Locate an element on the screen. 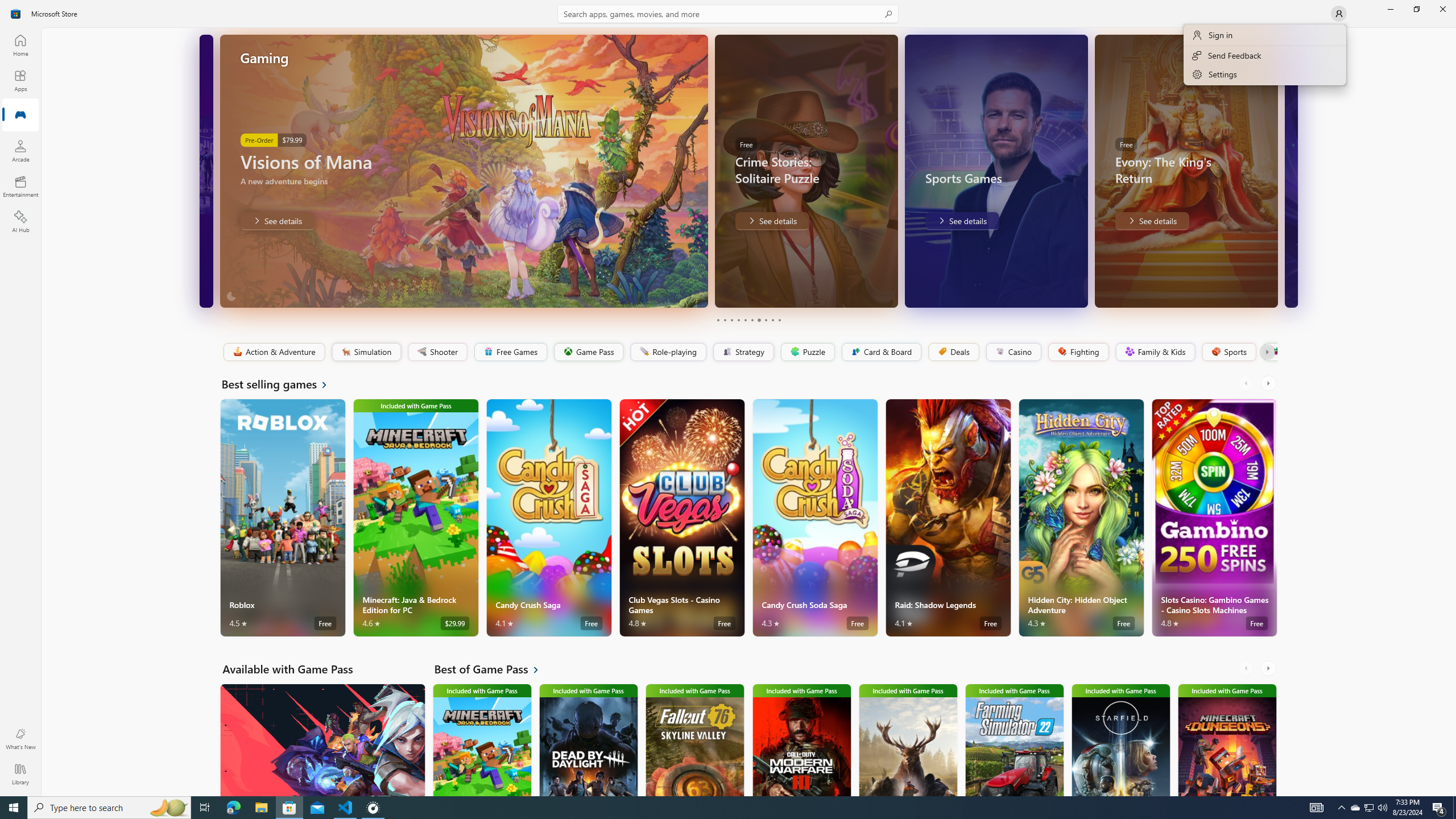 The height and width of the screenshot is (819, 1456). 'Role-playing' is located at coordinates (668, 351).